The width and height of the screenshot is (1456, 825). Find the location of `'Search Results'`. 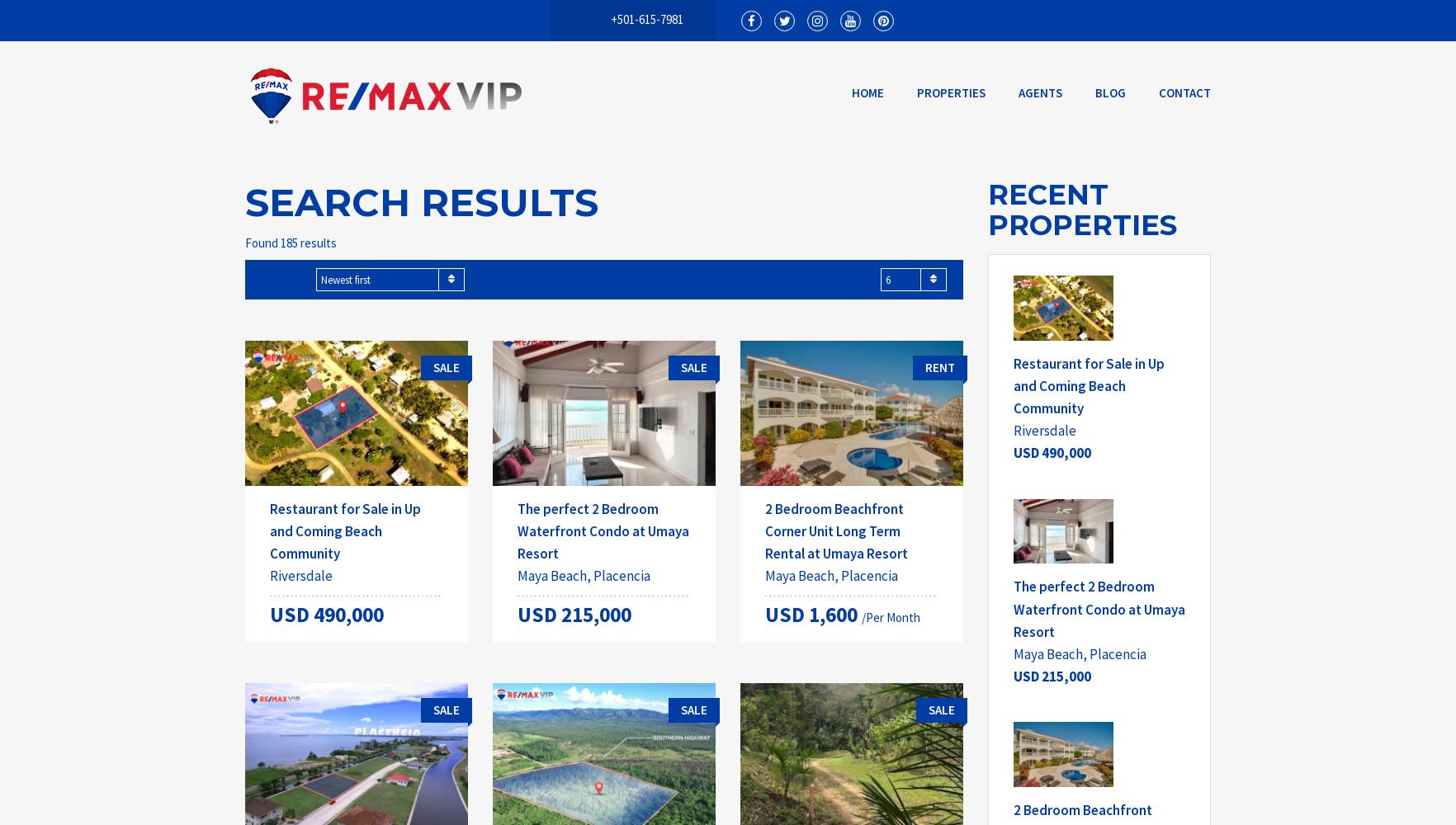

'Search Results' is located at coordinates (245, 201).